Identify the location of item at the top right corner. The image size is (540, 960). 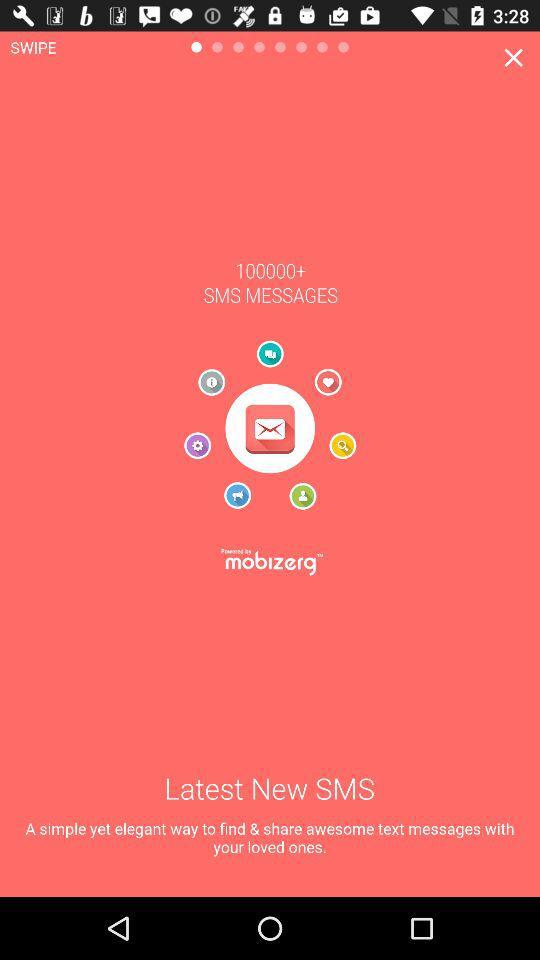
(513, 56).